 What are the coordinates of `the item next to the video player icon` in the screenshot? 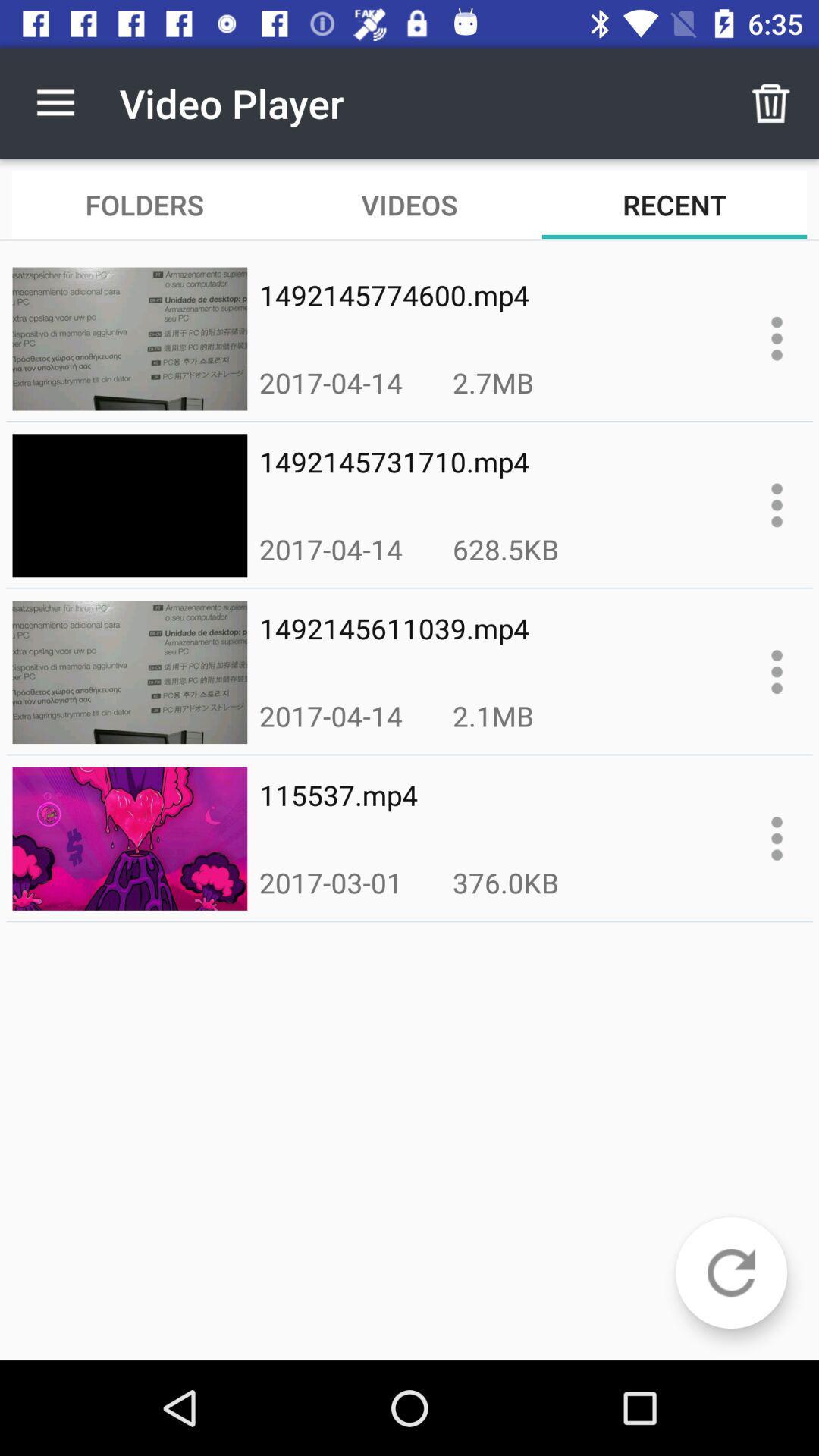 It's located at (771, 102).